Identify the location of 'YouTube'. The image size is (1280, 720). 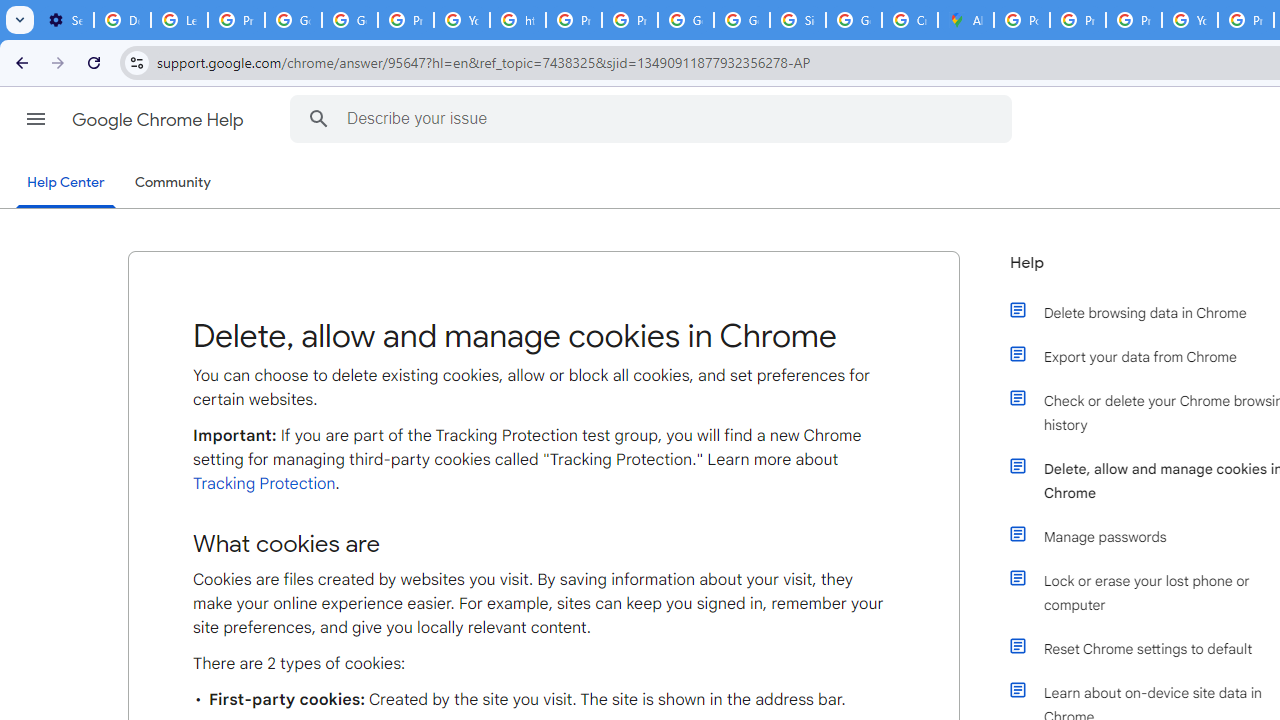
(1190, 20).